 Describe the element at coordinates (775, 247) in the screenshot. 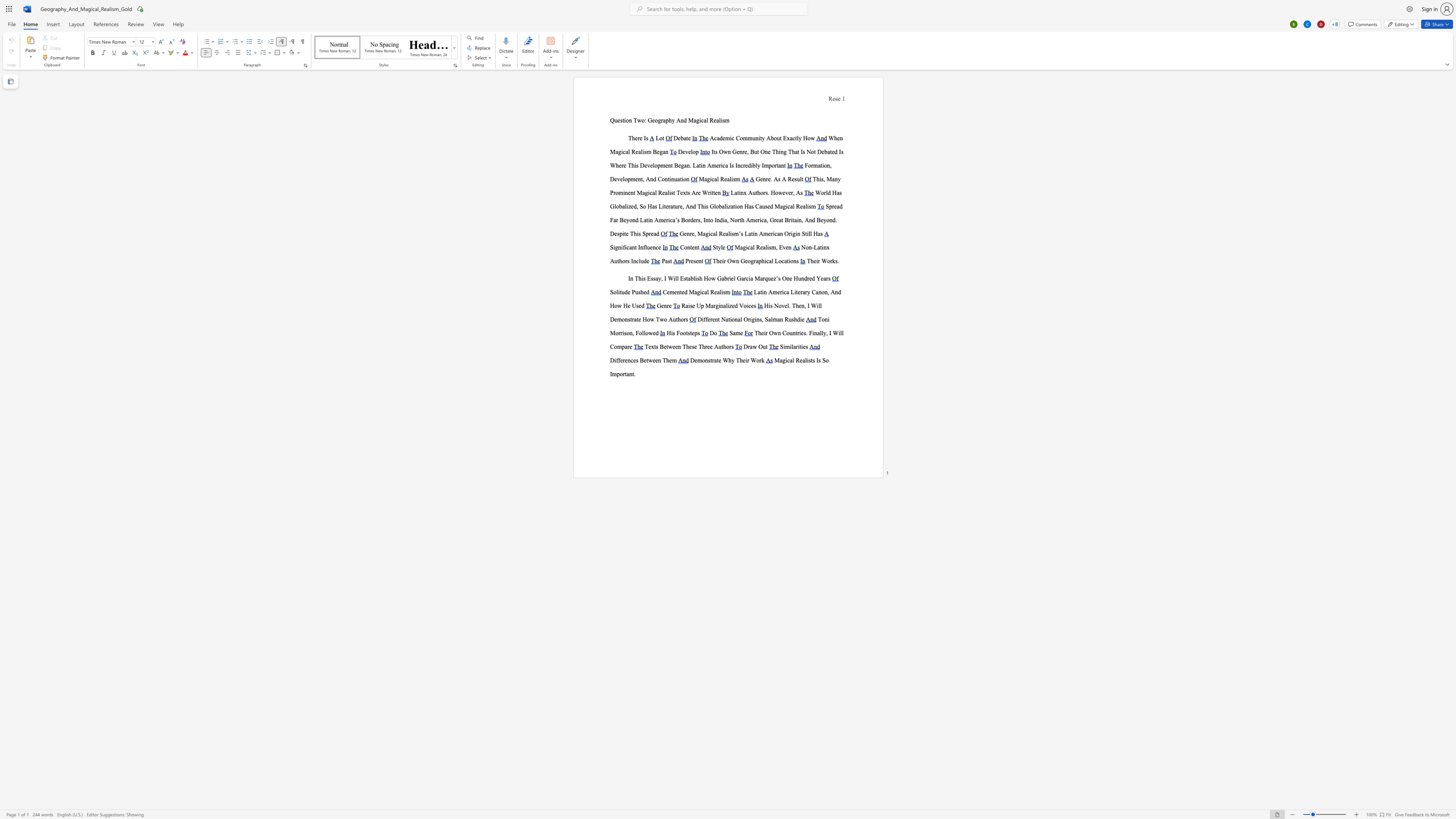

I see `the space between the continuous character "m" and "," in the text` at that location.